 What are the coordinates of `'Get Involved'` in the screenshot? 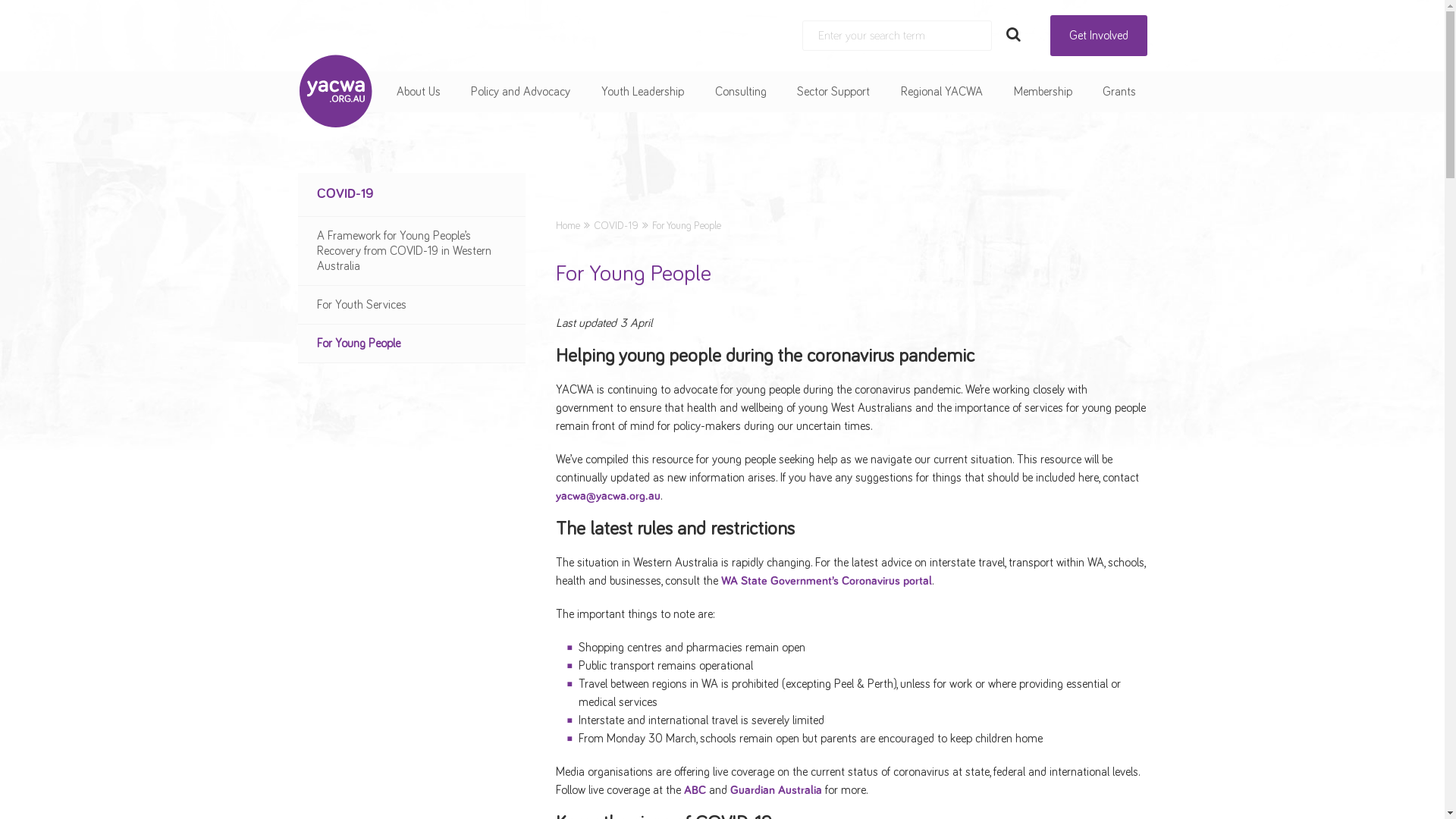 It's located at (1098, 34).